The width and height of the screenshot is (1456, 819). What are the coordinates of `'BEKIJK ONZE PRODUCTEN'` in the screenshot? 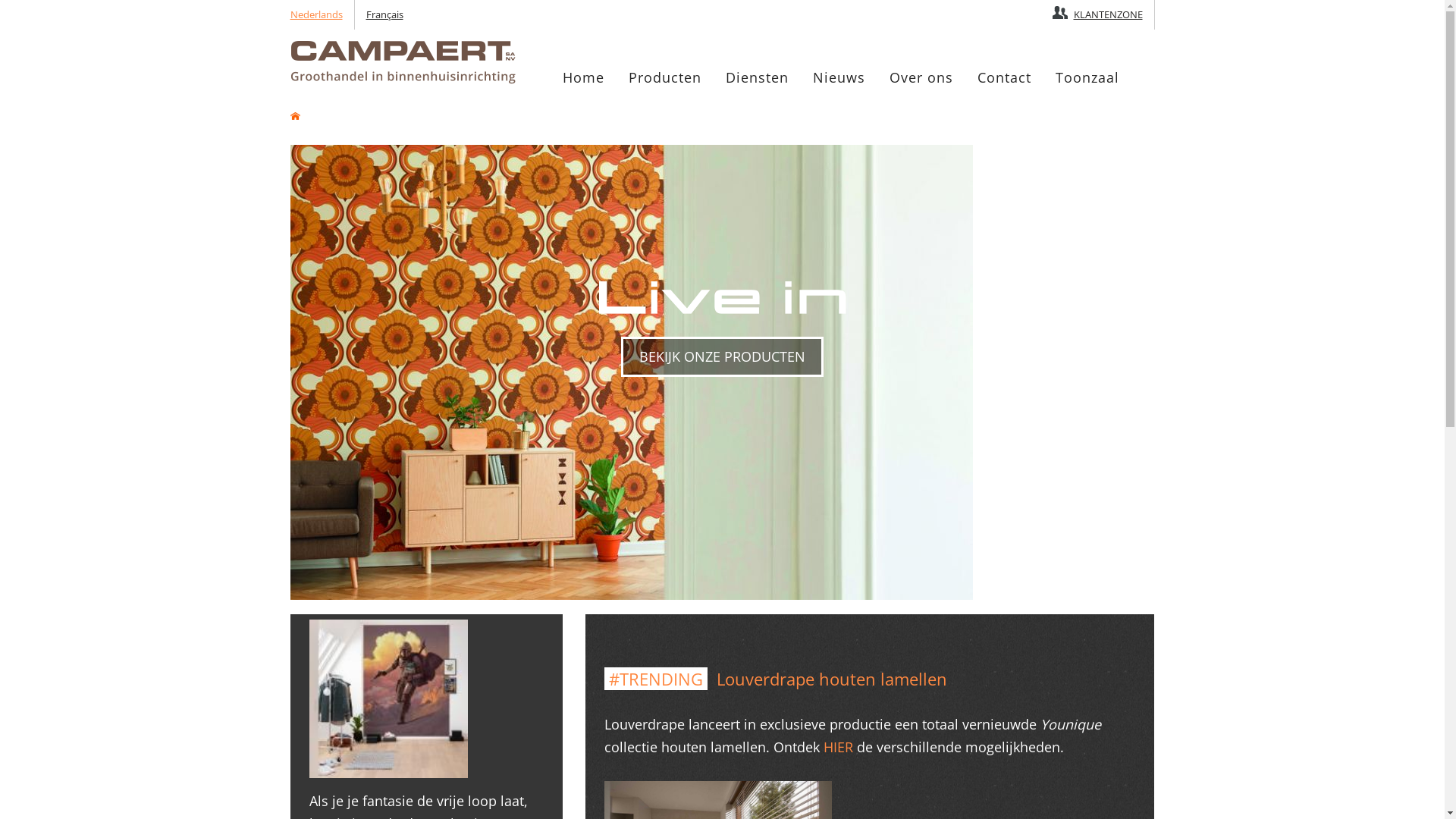 It's located at (721, 356).